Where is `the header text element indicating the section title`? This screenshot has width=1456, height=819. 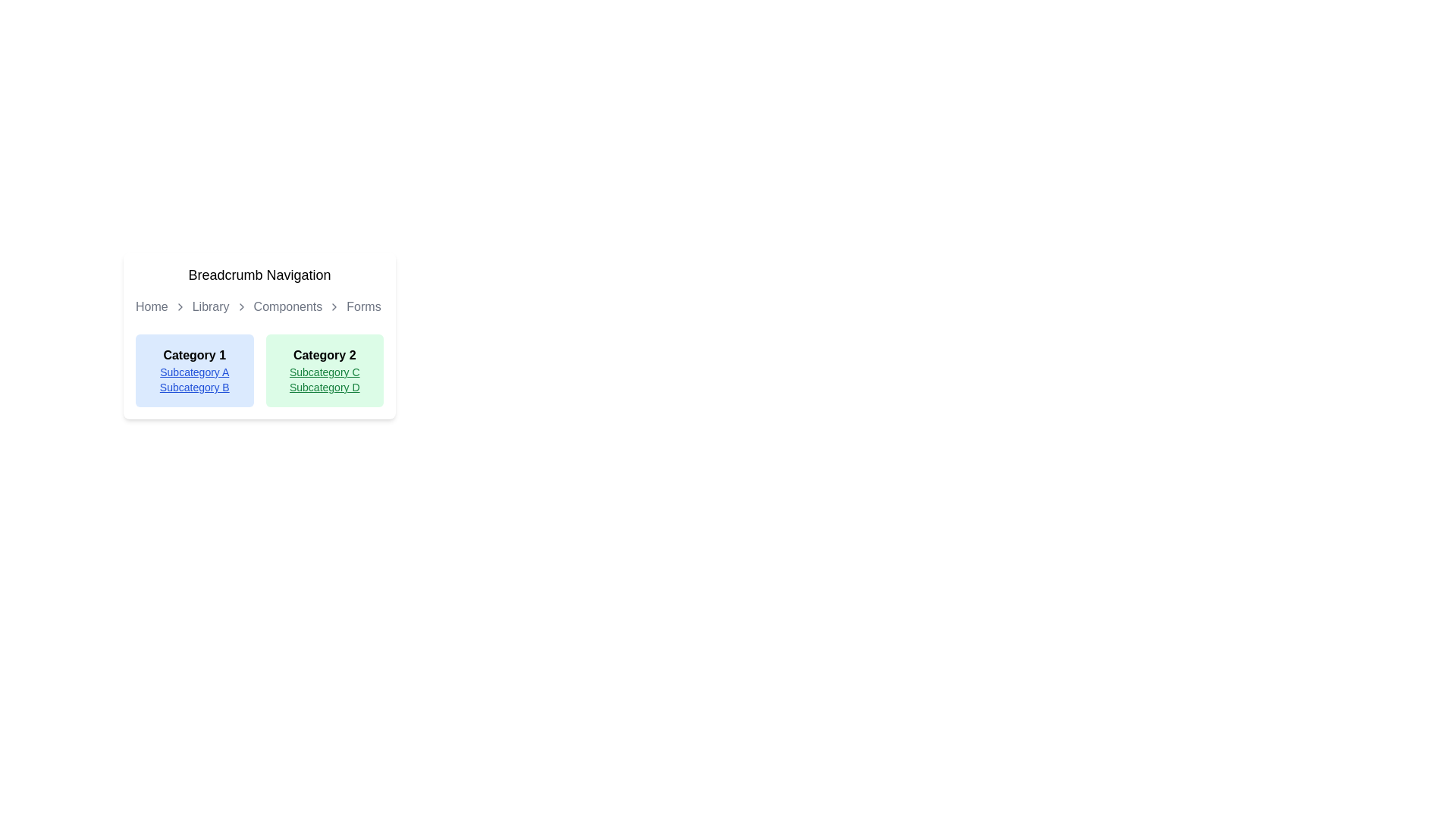 the header text element indicating the section title is located at coordinates (259, 275).